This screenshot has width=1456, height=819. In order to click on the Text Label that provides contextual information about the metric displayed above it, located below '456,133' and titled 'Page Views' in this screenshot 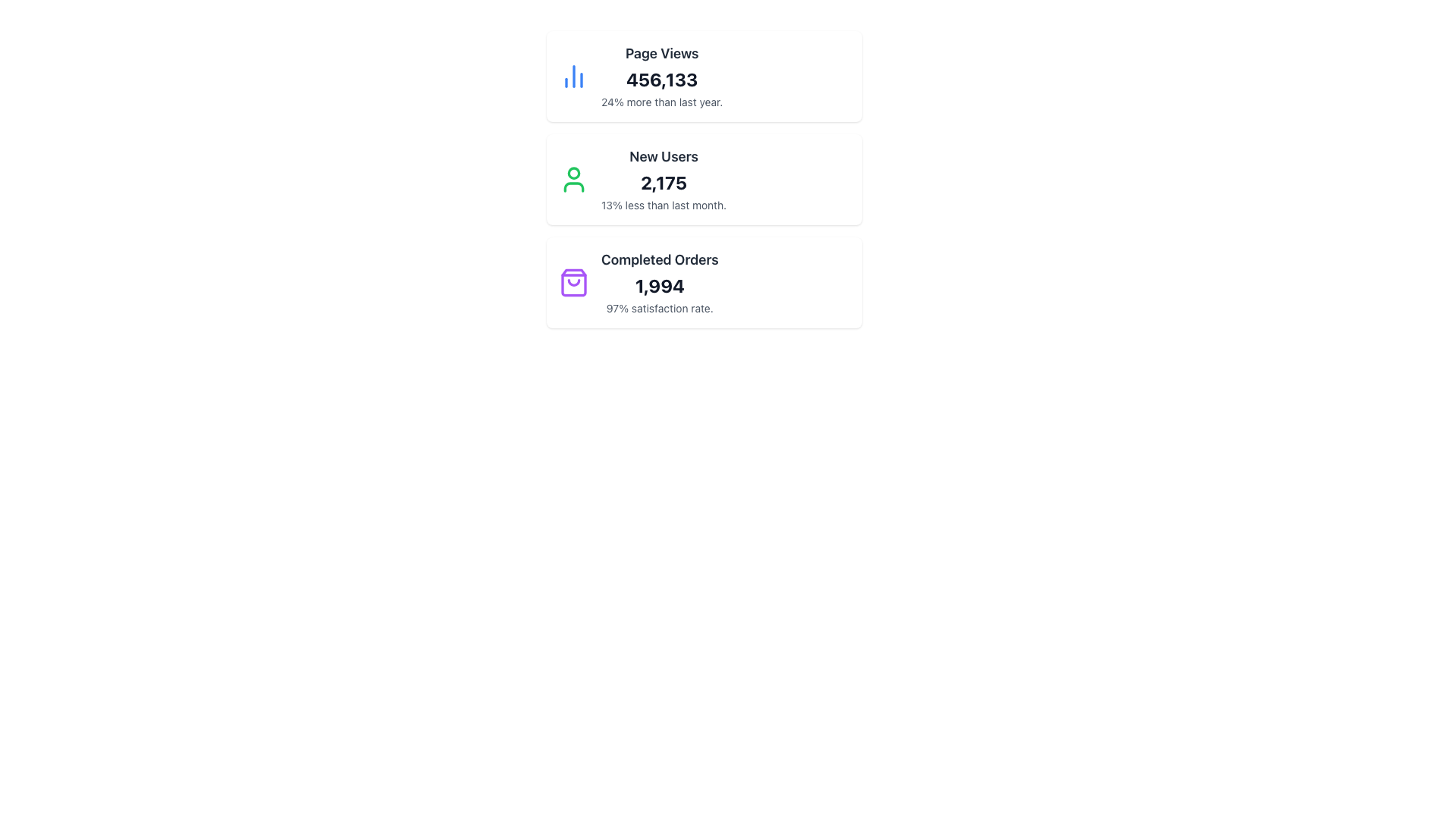, I will do `click(662, 102)`.